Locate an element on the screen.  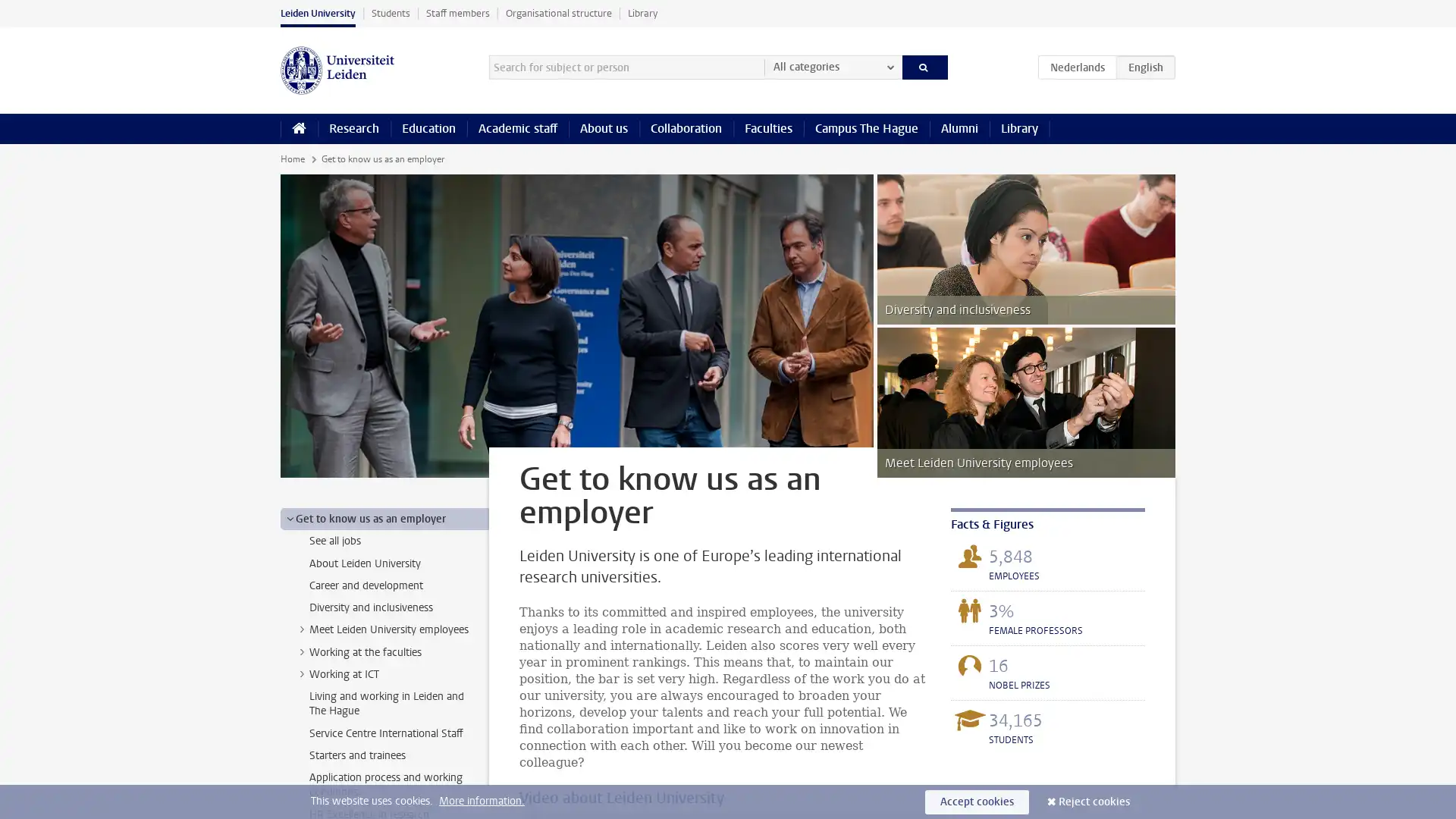
Reject cookies is located at coordinates (1094, 801).